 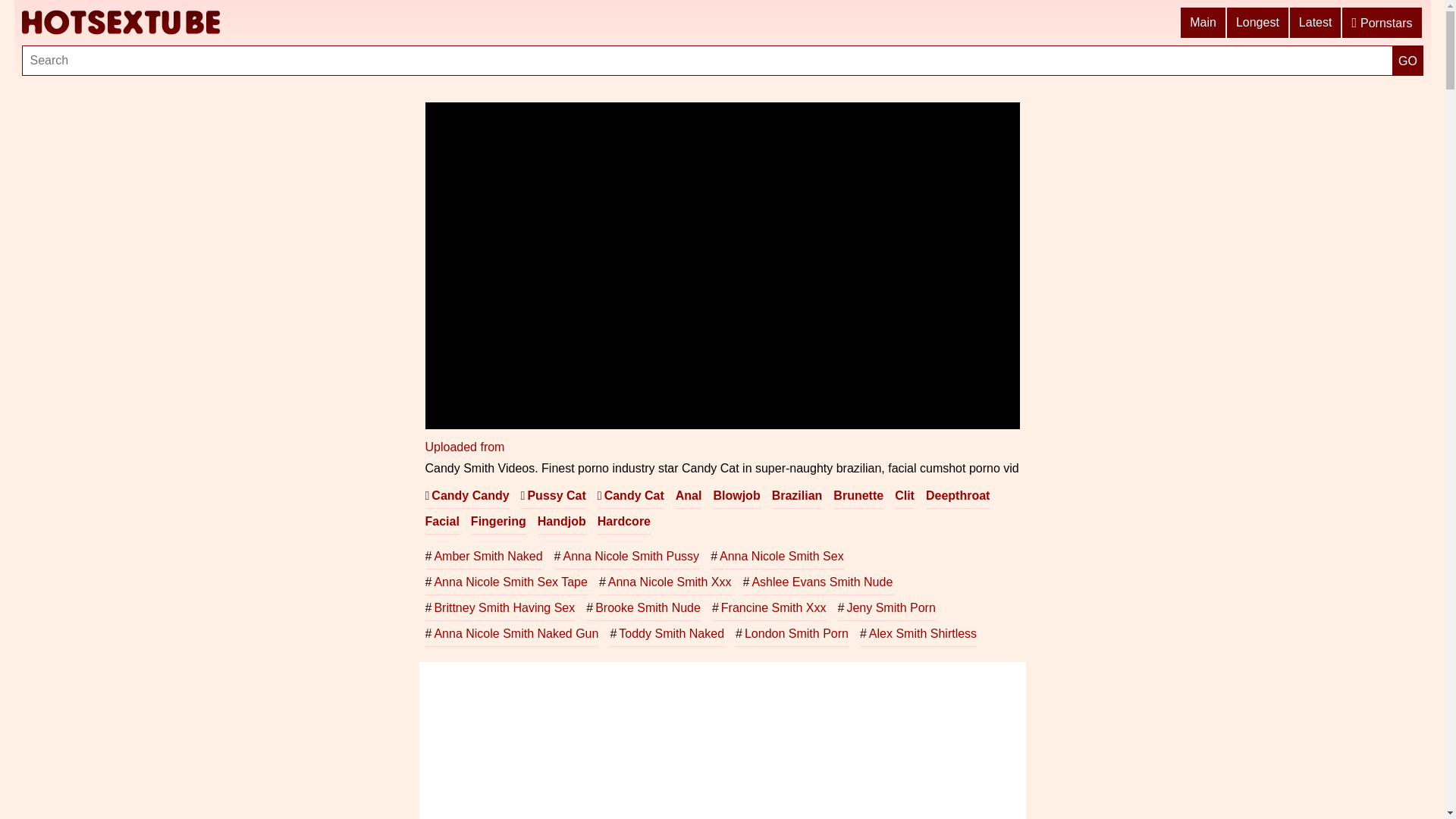 What do you see at coordinates (553, 556) in the screenshot?
I see `'Anna Nicole Smith Pussy'` at bounding box center [553, 556].